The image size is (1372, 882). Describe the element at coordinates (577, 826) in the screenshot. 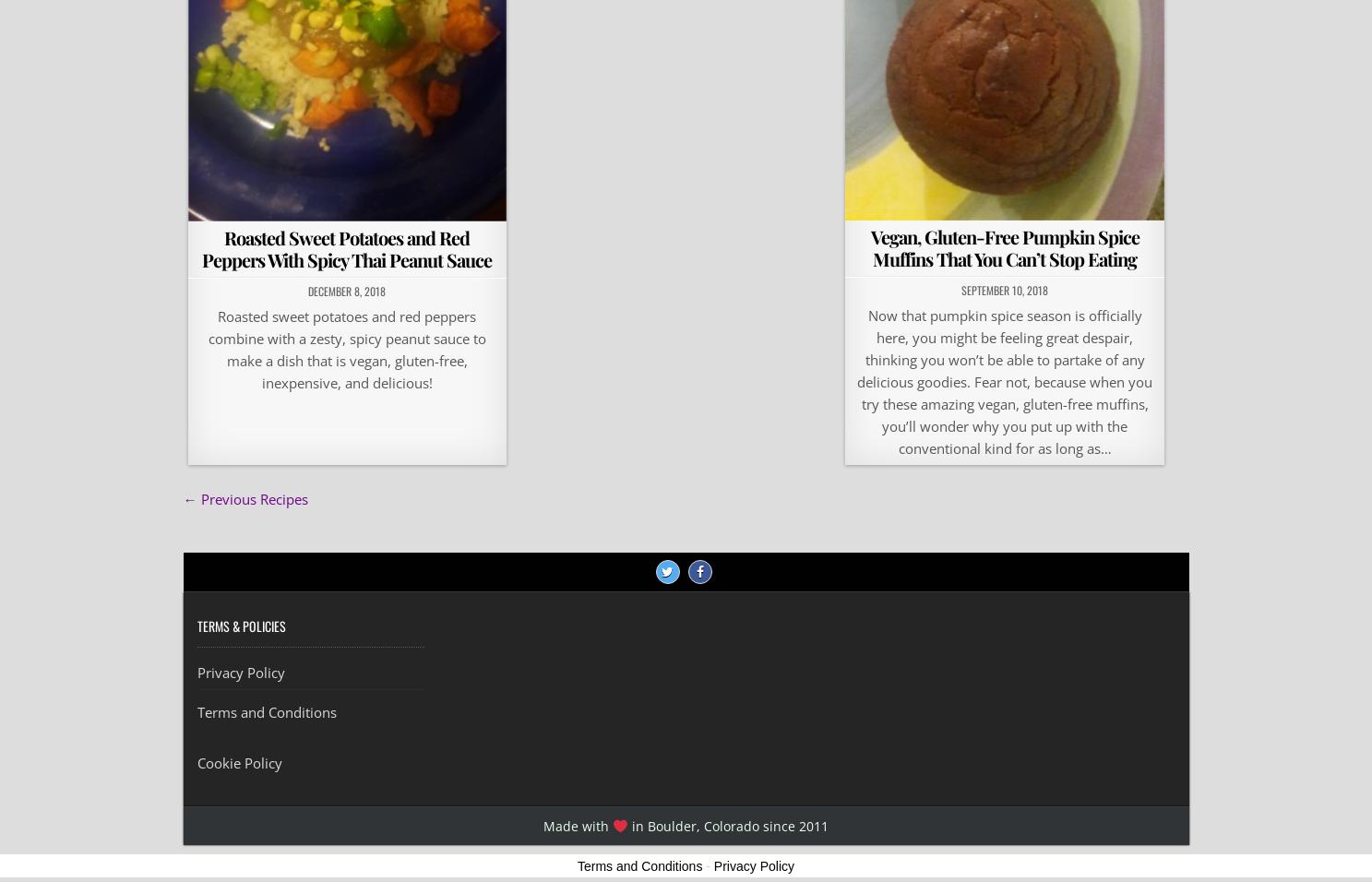

I see `'Made with'` at that location.